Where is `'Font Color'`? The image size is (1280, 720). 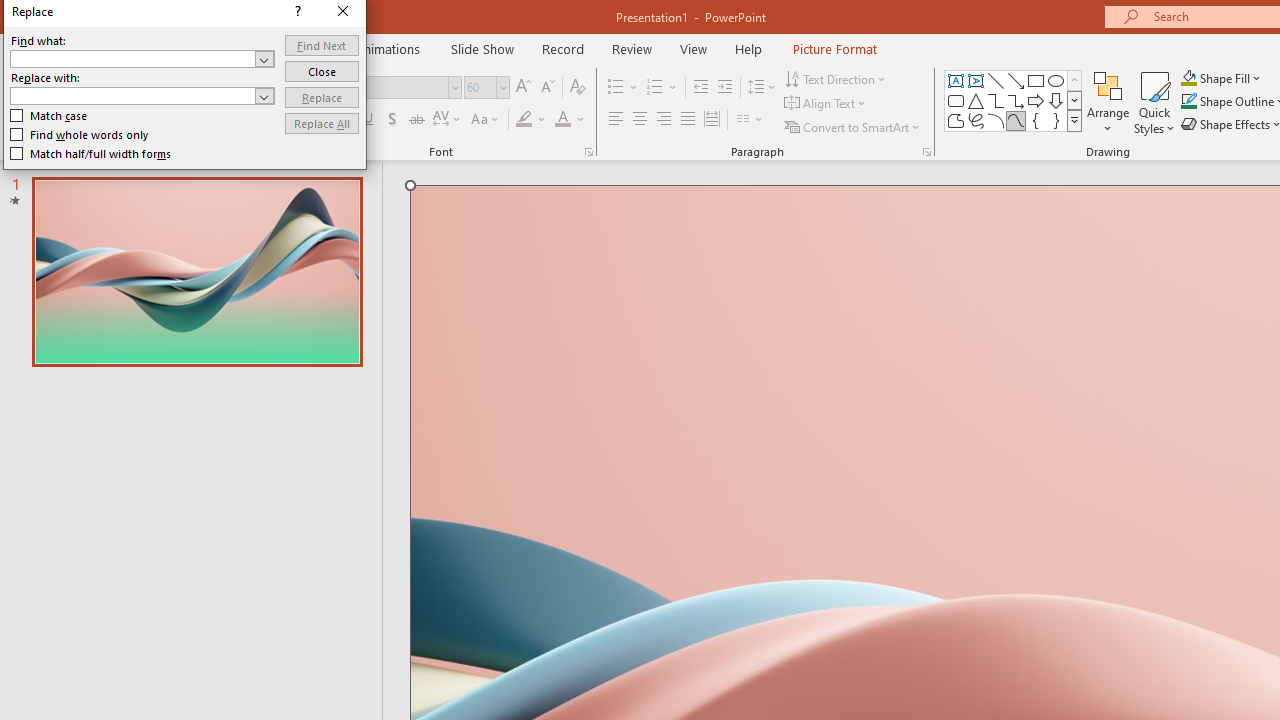 'Font Color' is located at coordinates (569, 119).